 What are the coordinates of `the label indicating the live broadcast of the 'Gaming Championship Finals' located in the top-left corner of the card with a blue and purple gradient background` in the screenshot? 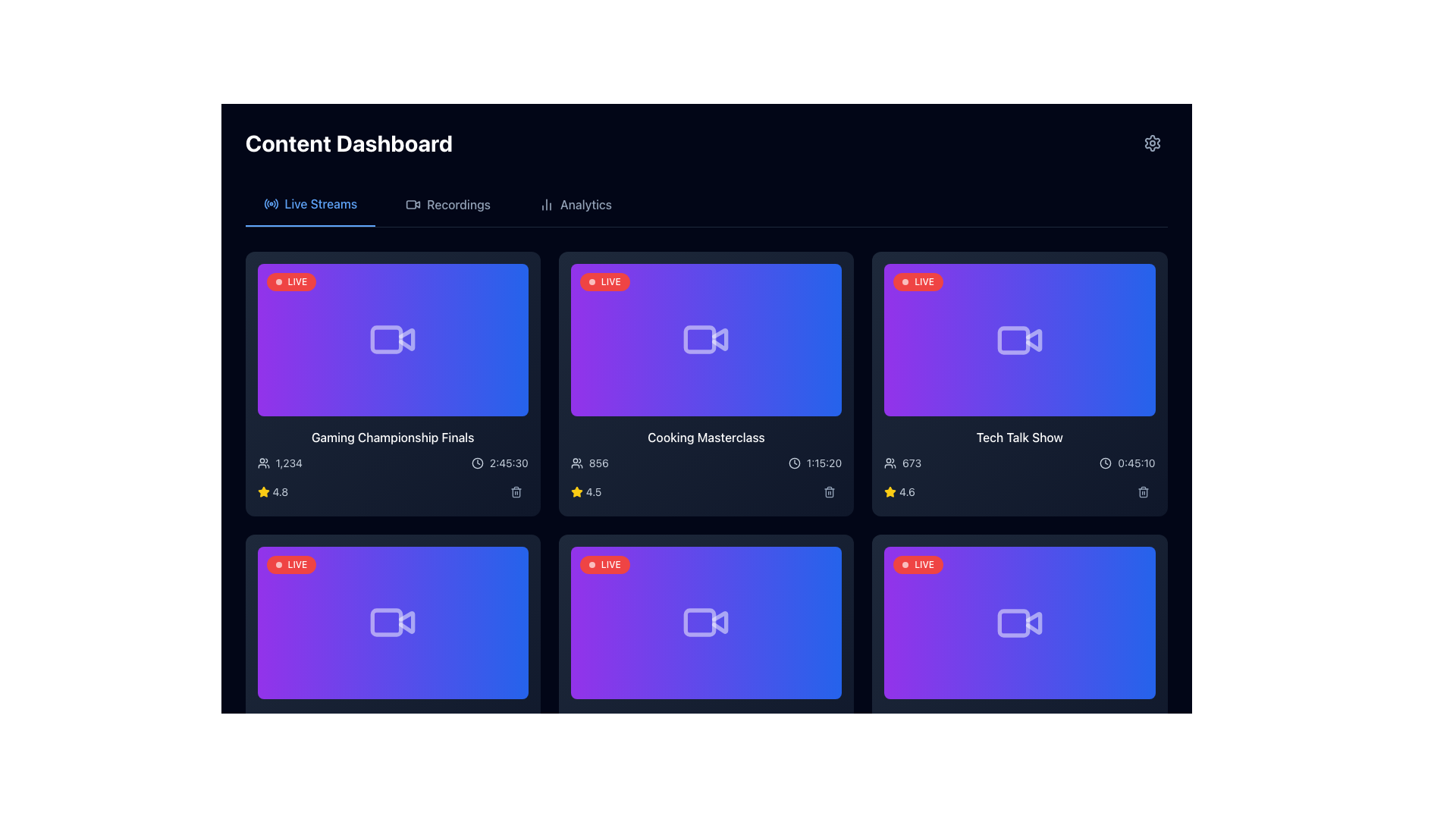 It's located at (291, 564).